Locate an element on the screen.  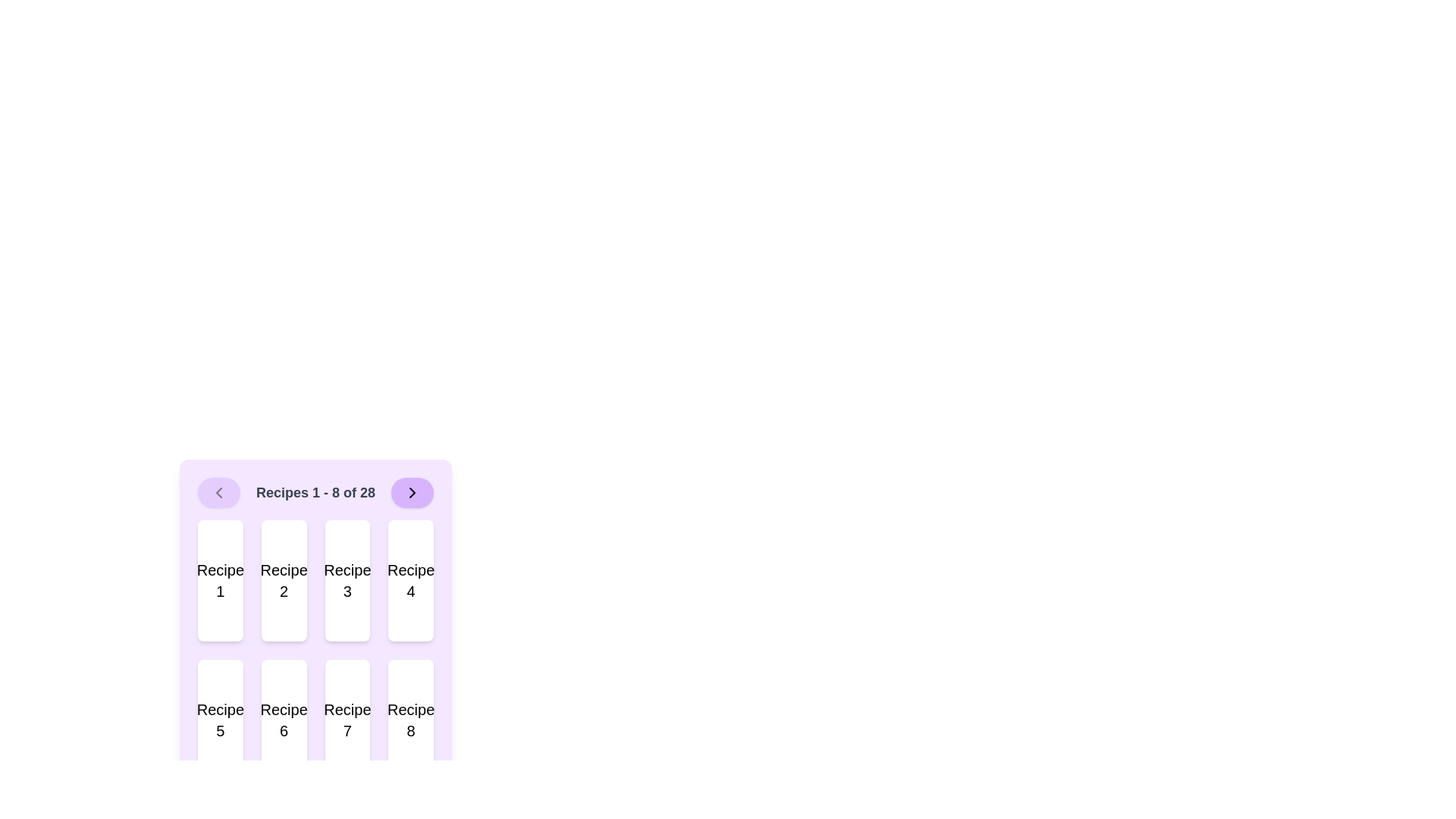
the right-pointing chevron icon located within a purple circular button in the navigation bar at the top of the recipe grid is located at coordinates (412, 493).